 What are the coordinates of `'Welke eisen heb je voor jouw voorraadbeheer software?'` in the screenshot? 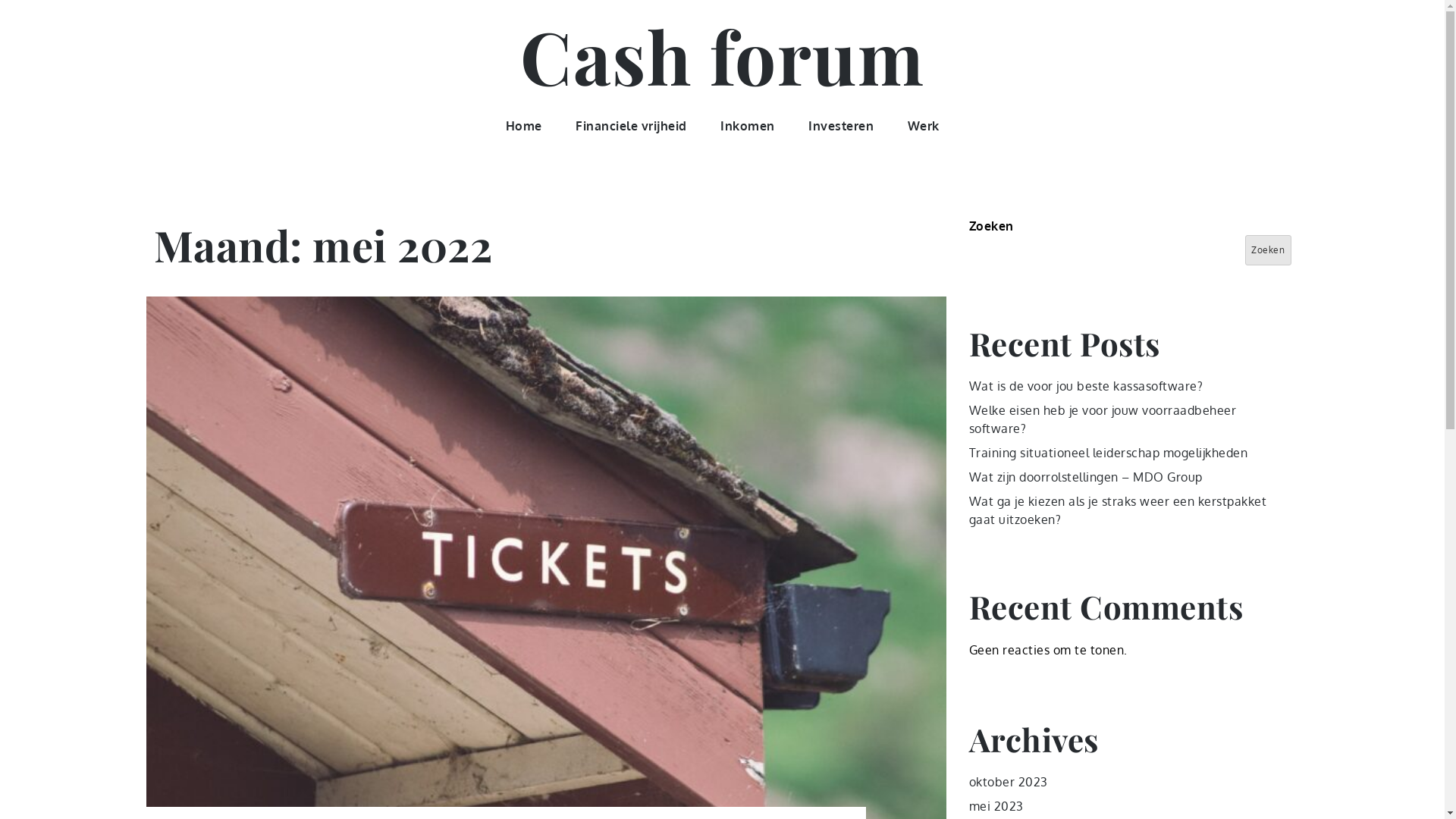 It's located at (1103, 419).